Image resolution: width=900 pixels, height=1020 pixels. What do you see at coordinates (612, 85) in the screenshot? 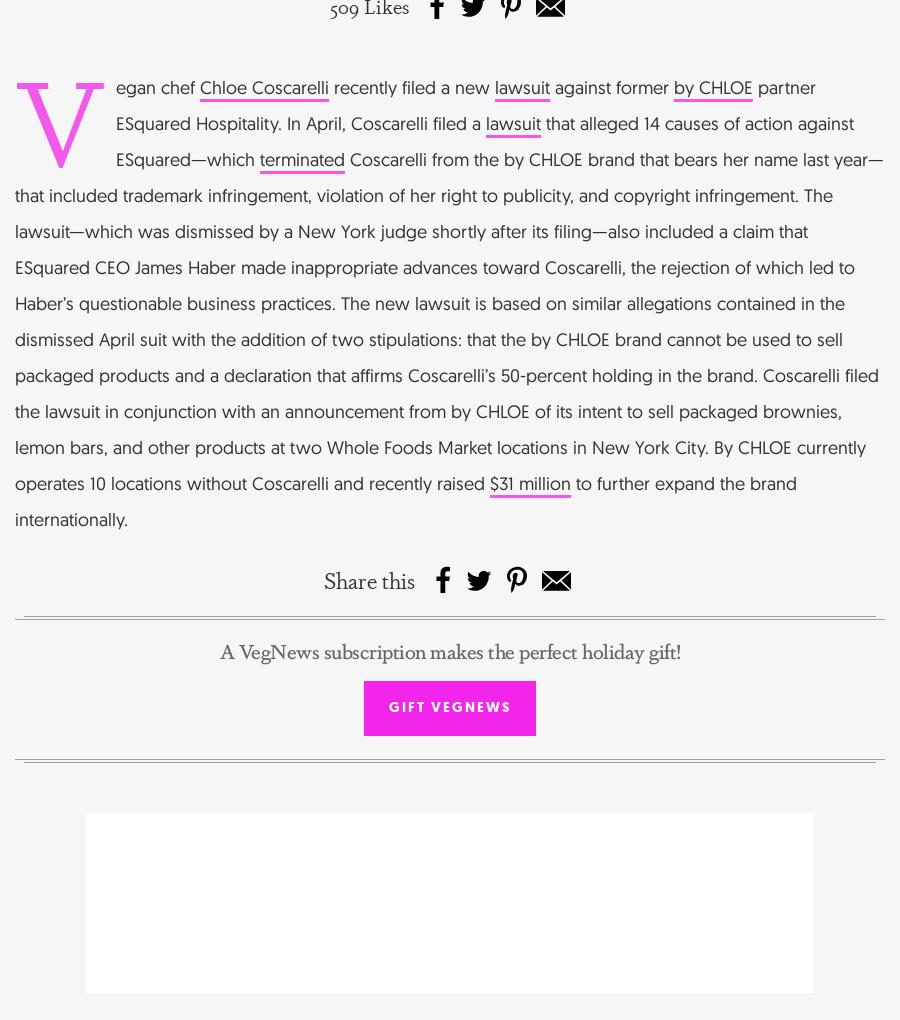
I see `'against former'` at bounding box center [612, 85].